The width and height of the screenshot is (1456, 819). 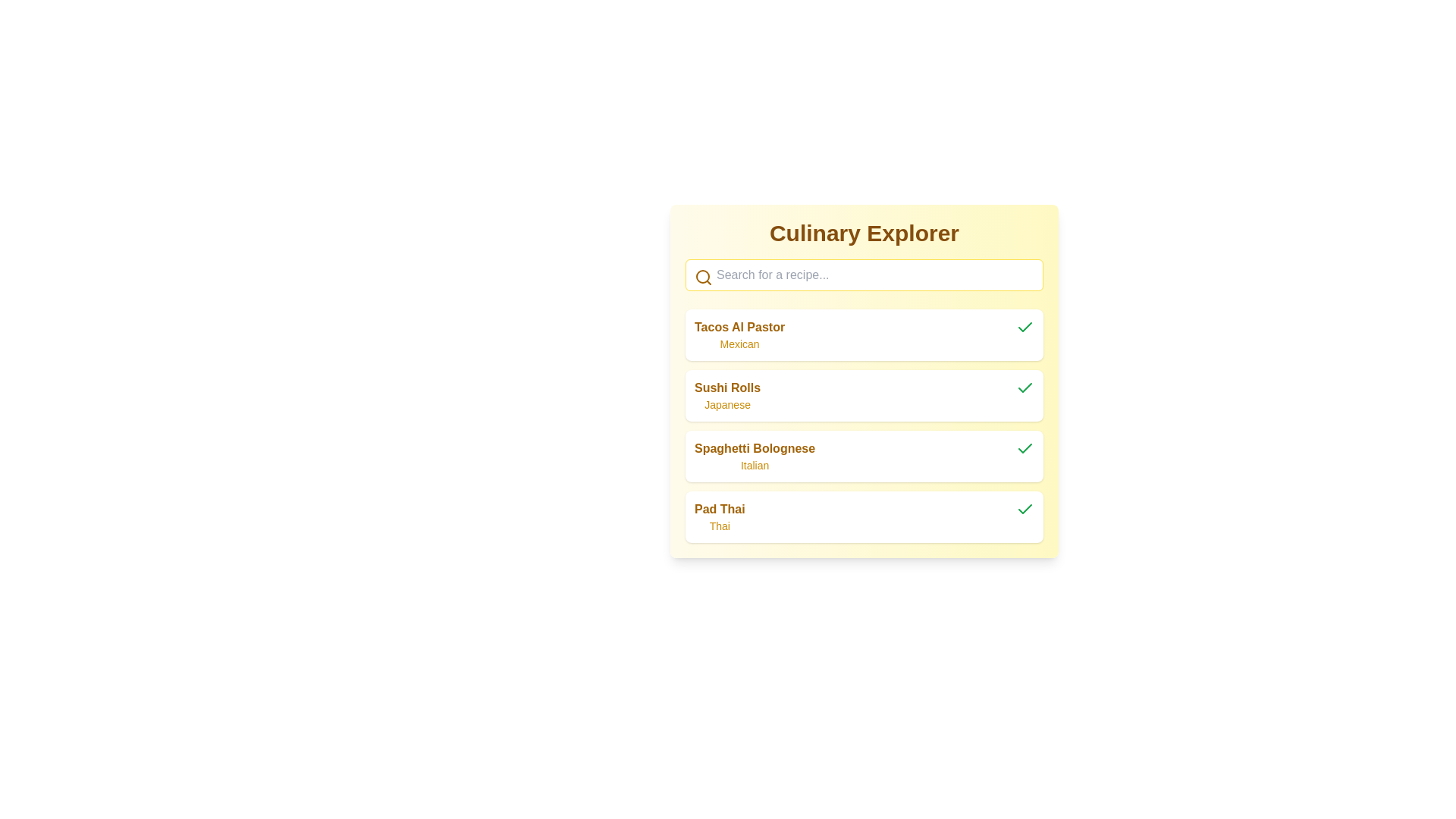 What do you see at coordinates (739, 327) in the screenshot?
I see `the text label indicating the name of a culinary dish, which is the first entry in the list and located above the 'Mexican' text` at bounding box center [739, 327].